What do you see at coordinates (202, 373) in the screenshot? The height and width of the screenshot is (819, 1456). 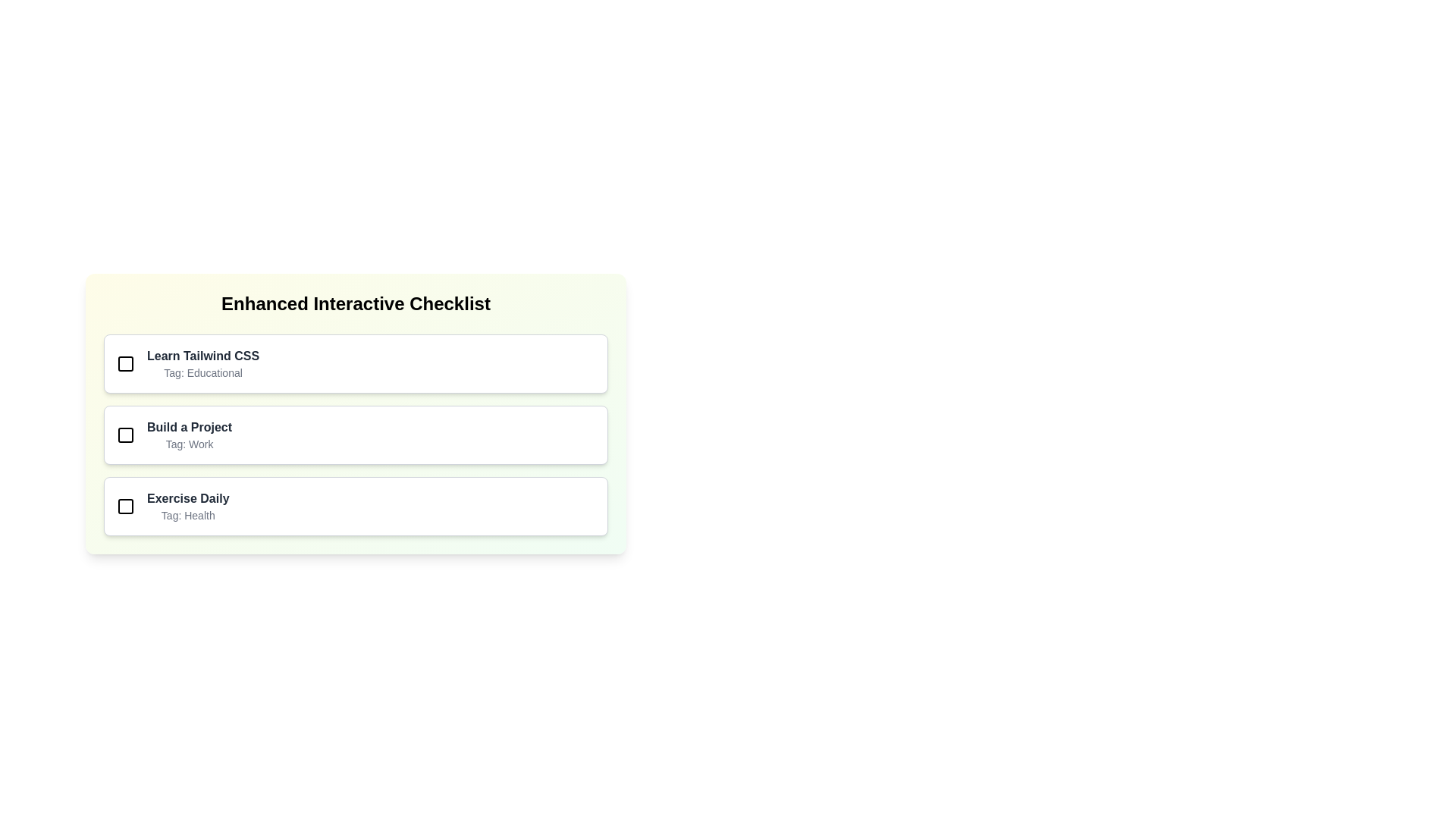 I see `text label that provides additional classification or metadata about the checklist item, located below 'Learn Tailwind CSS' and above 'Build a Project'` at bounding box center [202, 373].